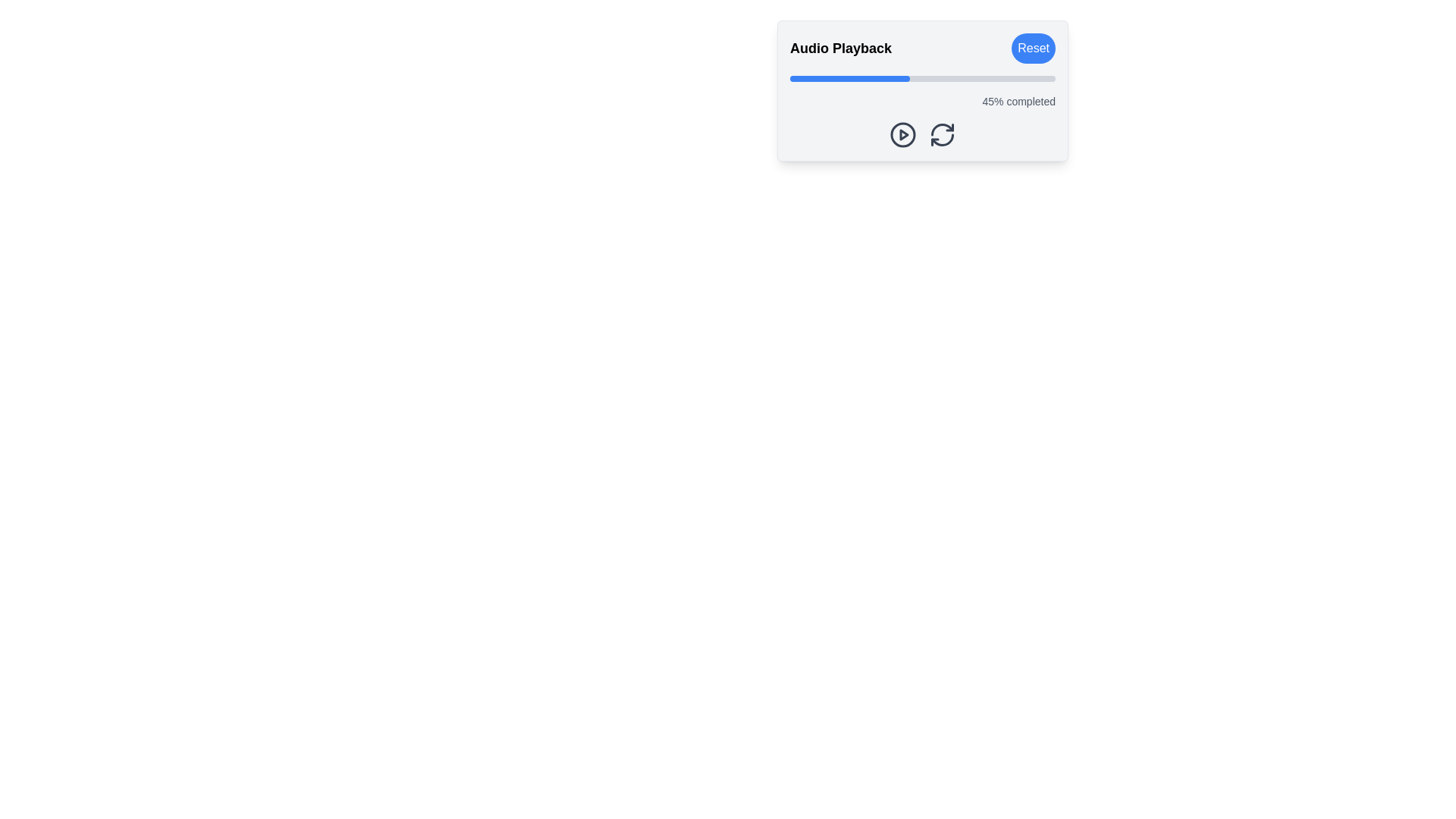  Describe the element at coordinates (902, 133) in the screenshot. I see `the decorative circle SVG element that serves as the outer boundary of the play button for audio playback, located to the left of the reset button in the control panel area` at that location.